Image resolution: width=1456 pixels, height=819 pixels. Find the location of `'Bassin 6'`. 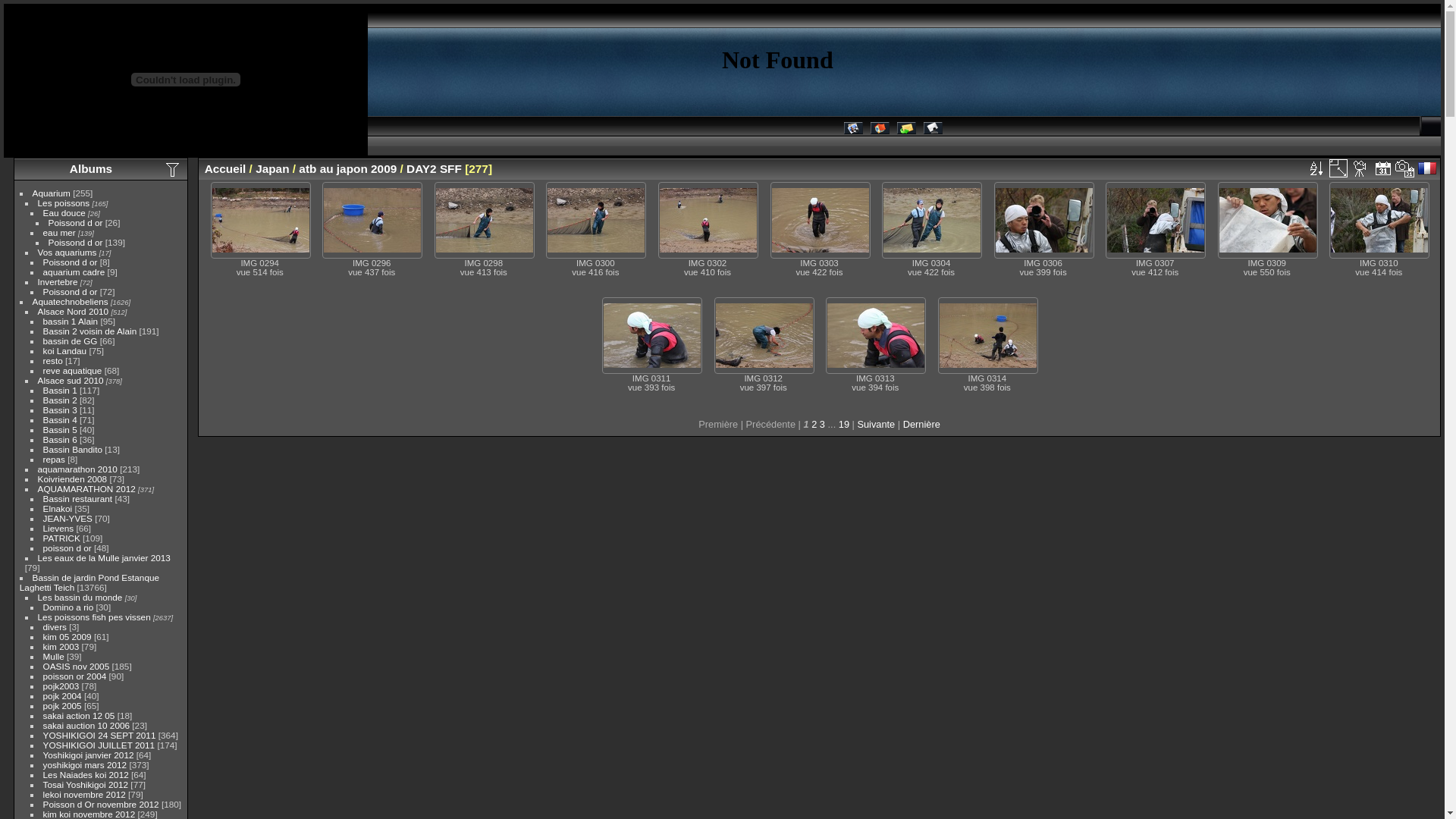

'Bassin 6' is located at coordinates (60, 439).